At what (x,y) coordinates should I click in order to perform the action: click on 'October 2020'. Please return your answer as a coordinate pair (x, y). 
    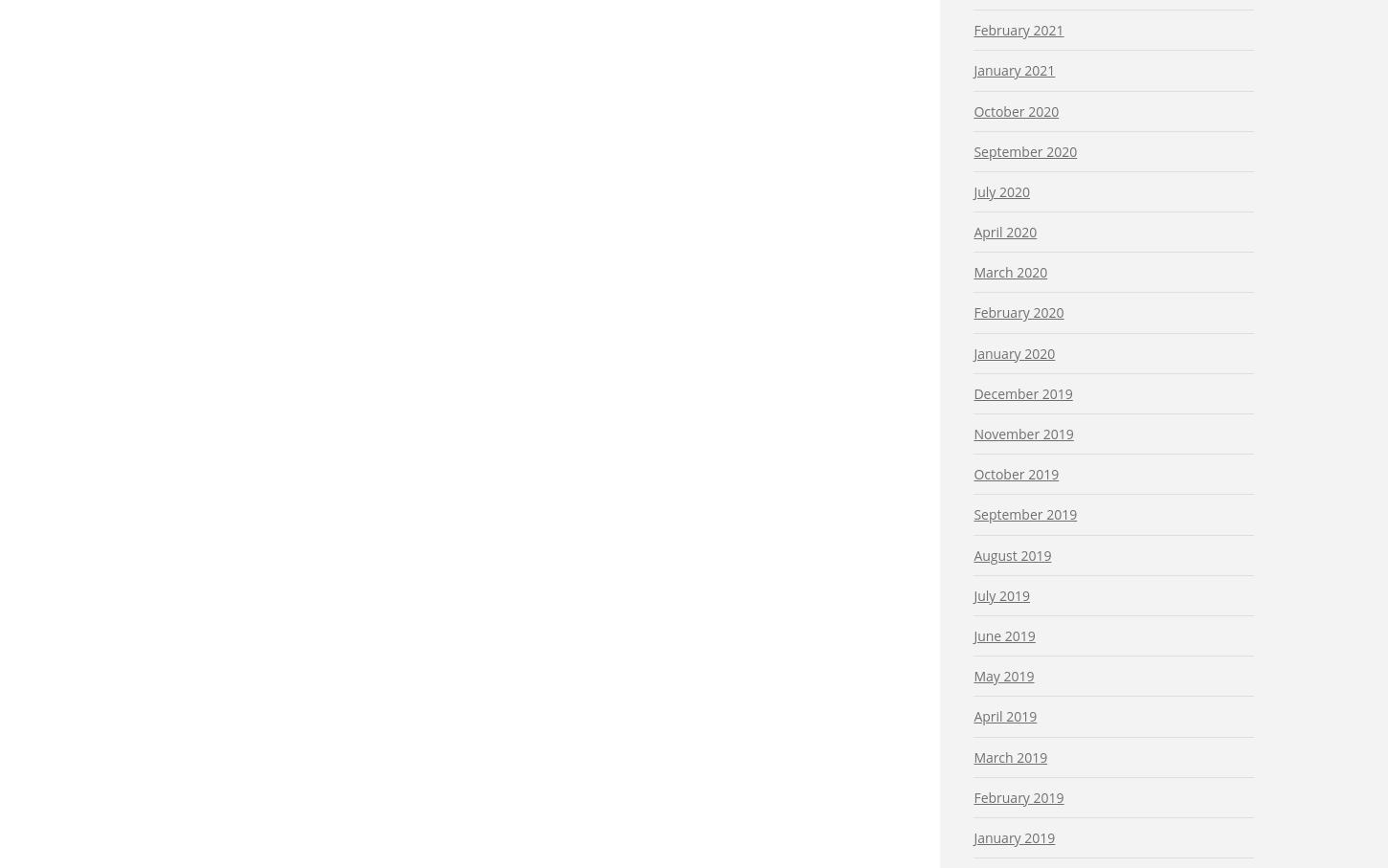
    Looking at the image, I should click on (1016, 109).